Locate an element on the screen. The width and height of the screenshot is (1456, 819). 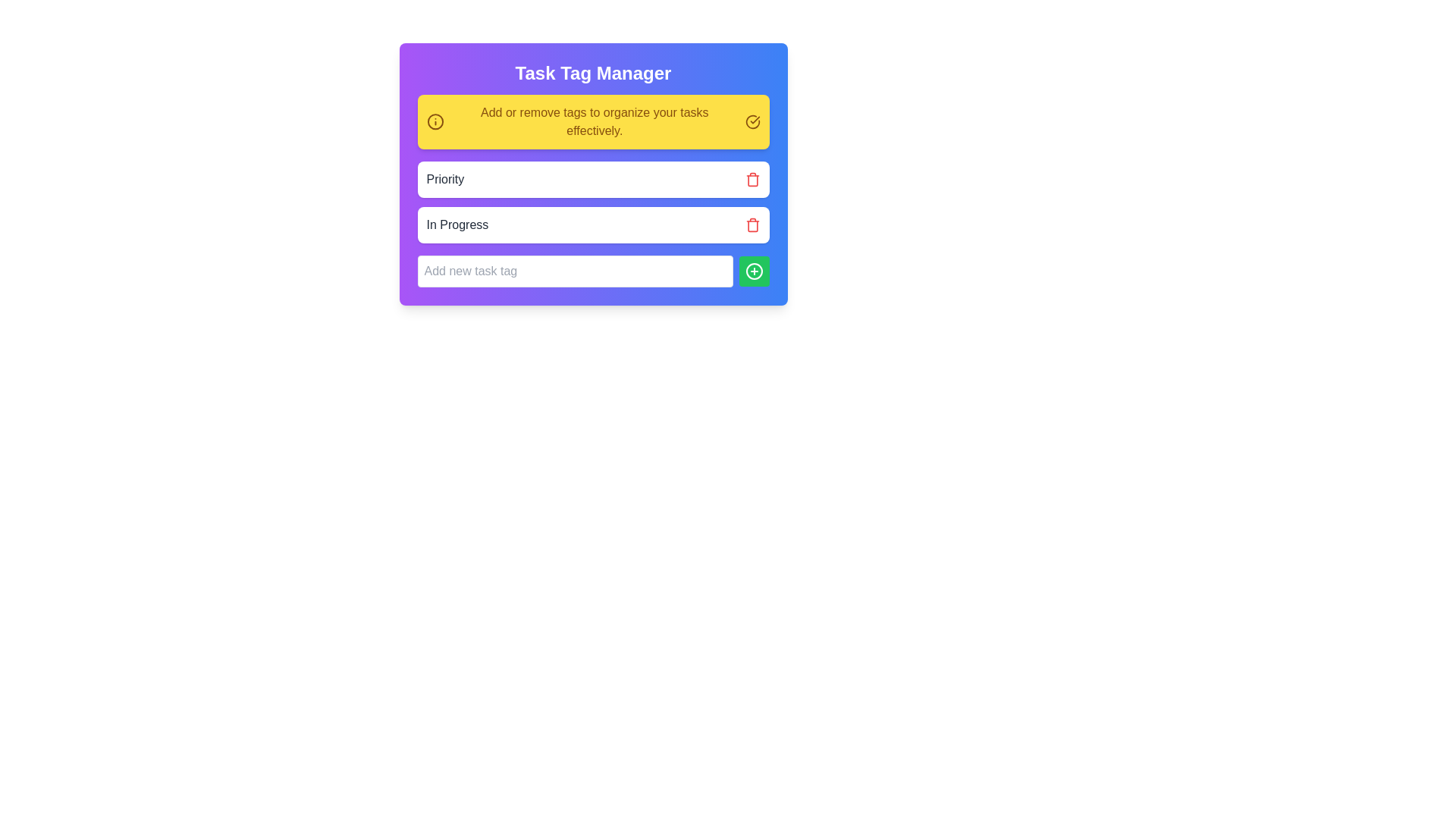
the red trashcan icon button located at the far right of the 'In Progress' row is located at coordinates (752, 225).